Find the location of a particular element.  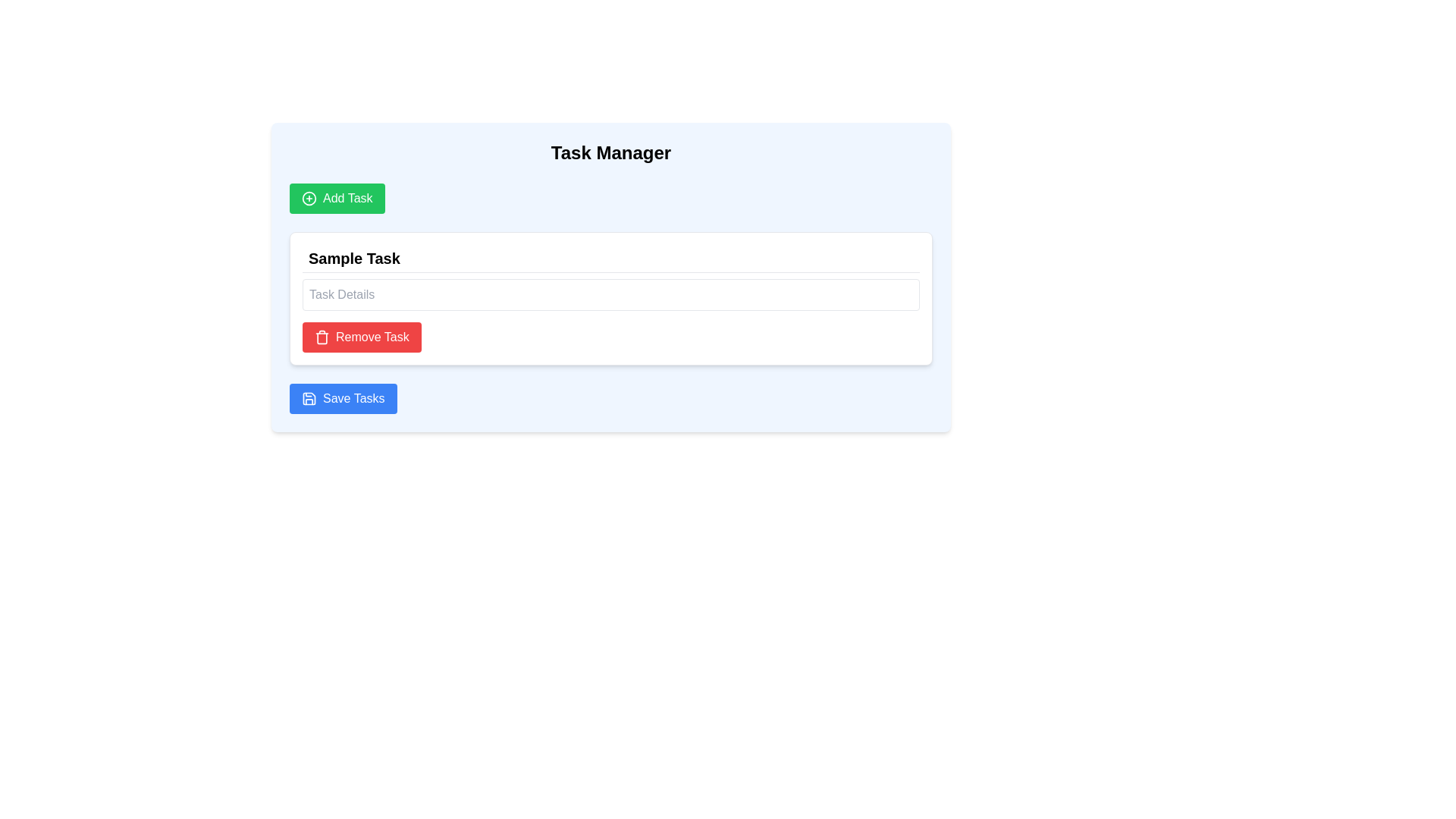

the trash can icon, which is part of the 'Remove Task' button located below the 'Task Details' input box is located at coordinates (322, 336).